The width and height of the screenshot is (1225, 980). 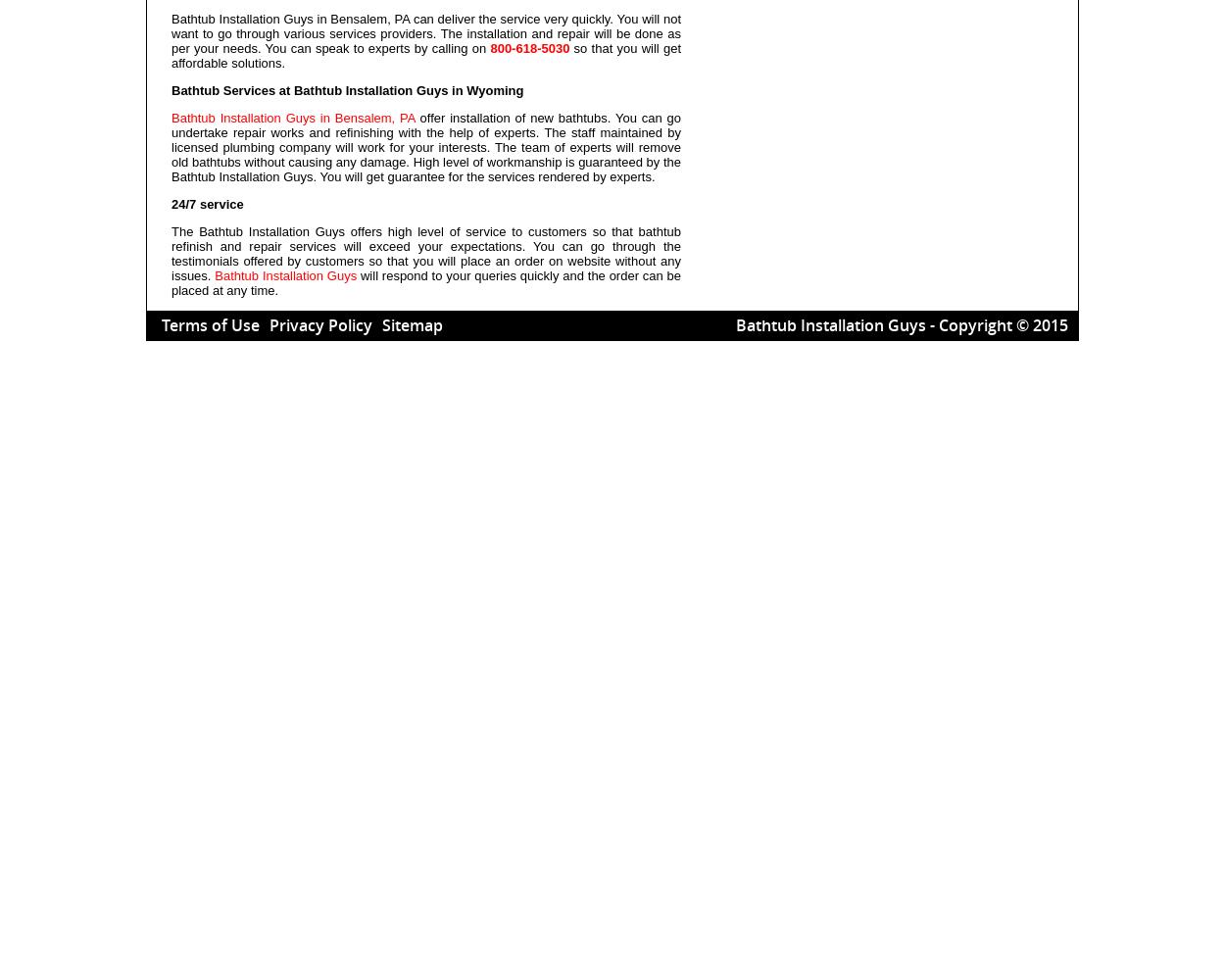 What do you see at coordinates (425, 56) in the screenshot?
I see `'so that you will get
                affordable solutions.'` at bounding box center [425, 56].